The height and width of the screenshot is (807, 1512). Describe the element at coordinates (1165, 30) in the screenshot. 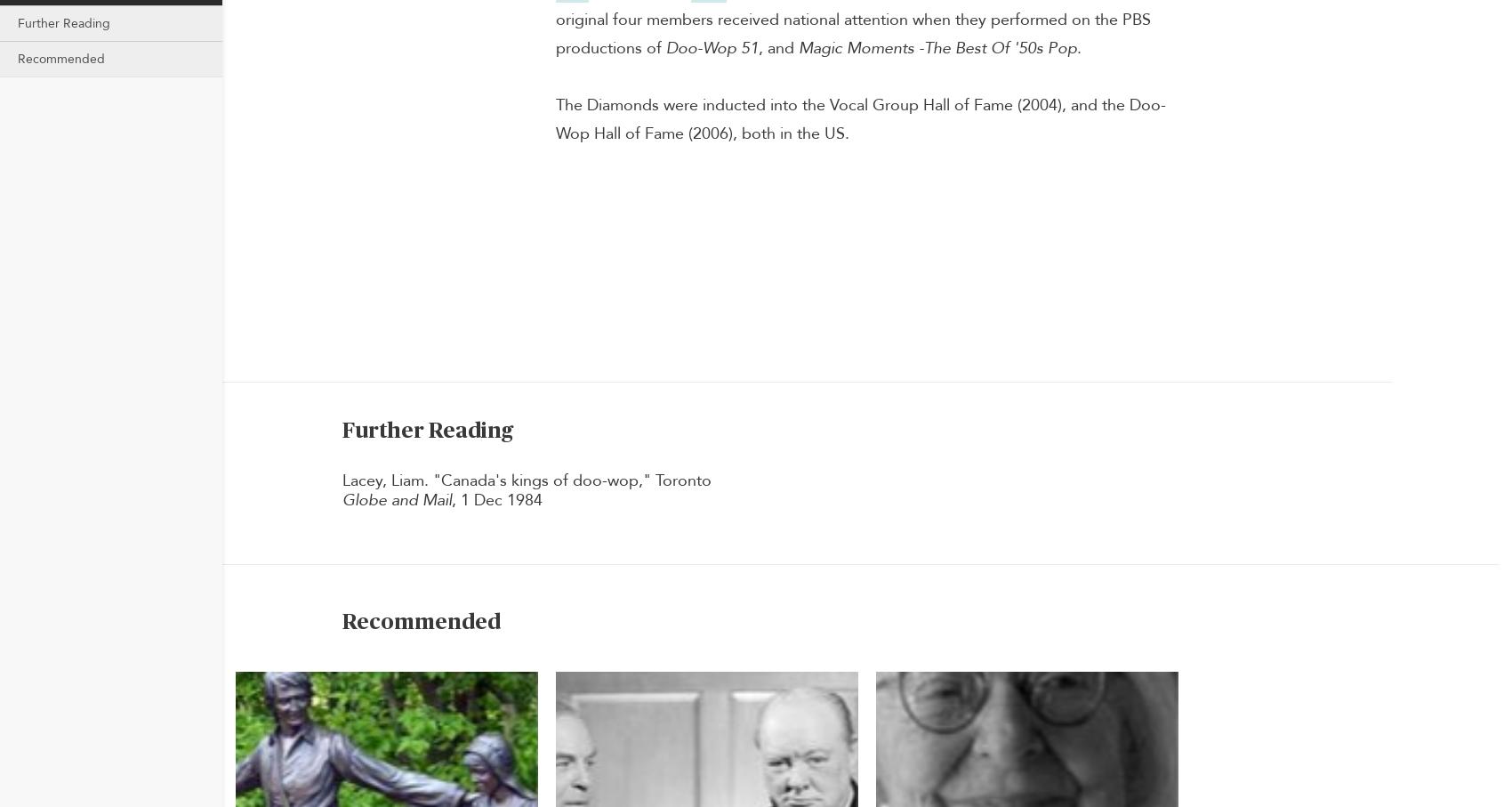

I see `'Heritage minutes'` at that location.